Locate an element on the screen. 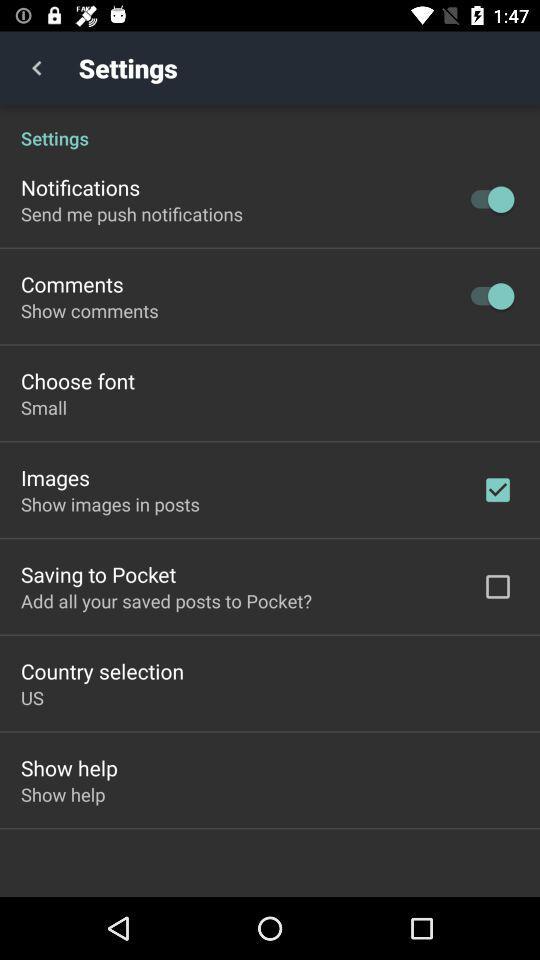  the add all your item is located at coordinates (165, 600).